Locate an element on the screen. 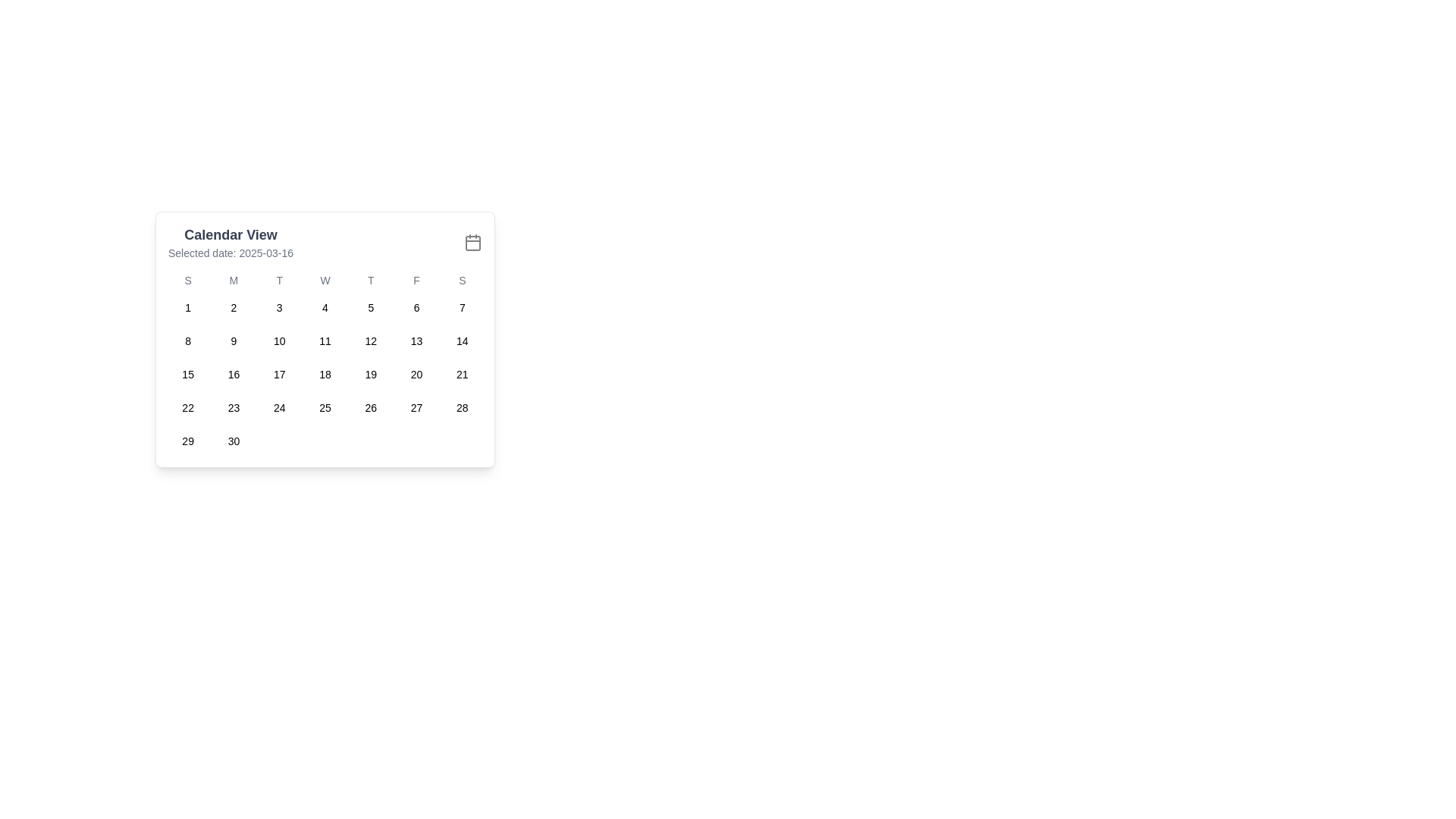 The width and height of the screenshot is (1456, 819). text 'M' from the Text Label representing 'Monday', which is the second element in the horizontal sequence of days of the week in the calendar view is located at coordinates (233, 281).